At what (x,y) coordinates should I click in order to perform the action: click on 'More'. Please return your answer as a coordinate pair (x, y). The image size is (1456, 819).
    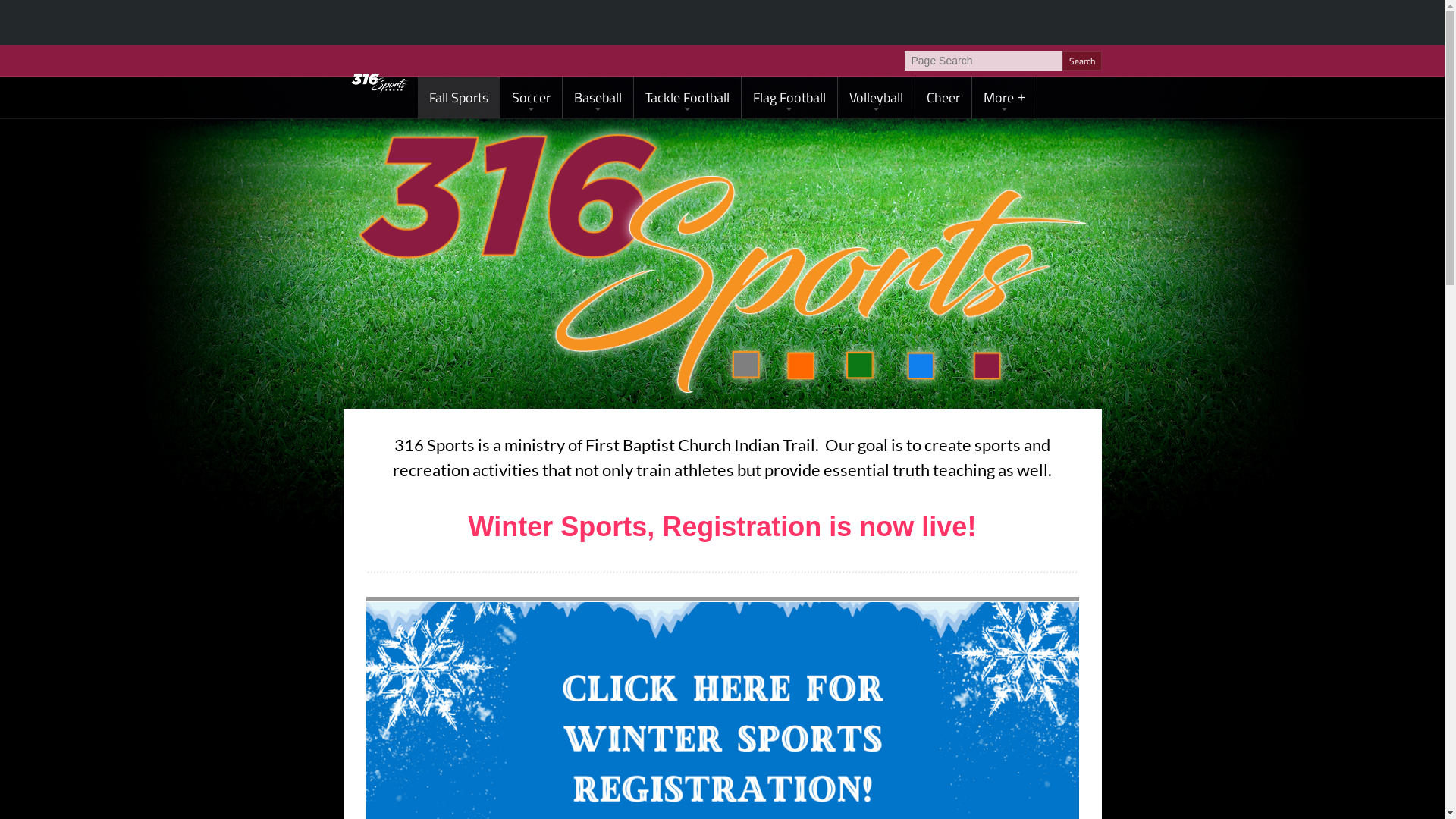
    Looking at the image, I should click on (1004, 97).